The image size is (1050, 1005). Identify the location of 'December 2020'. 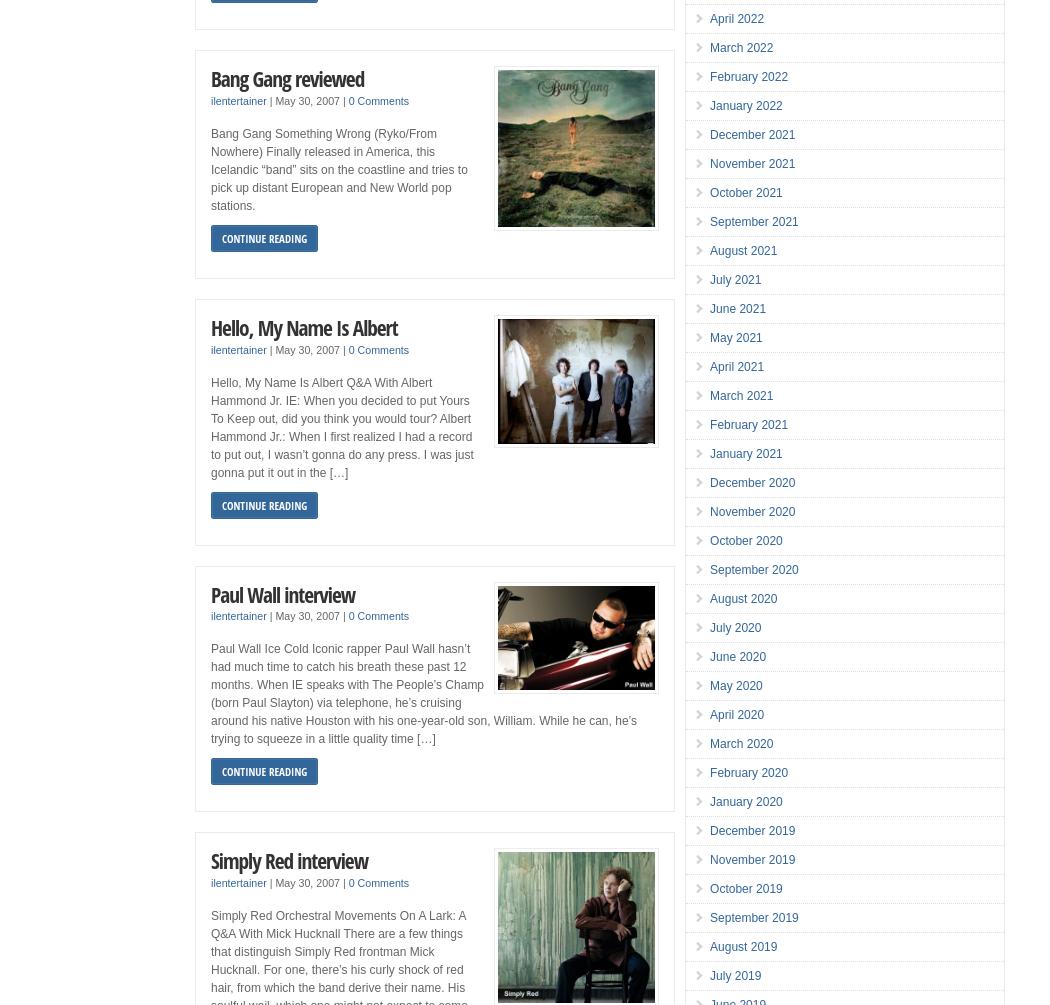
(752, 483).